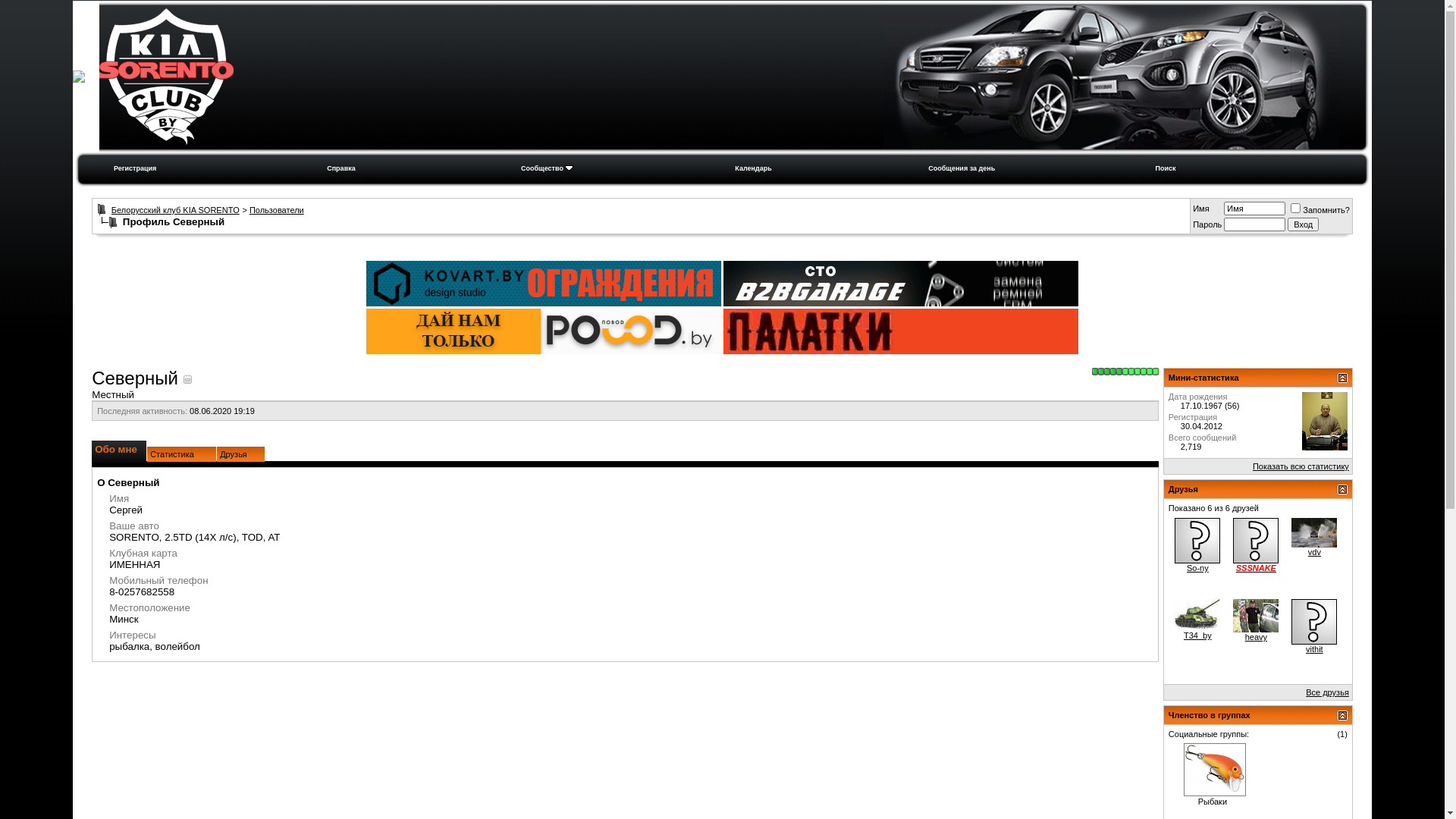  Describe the element at coordinates (1313, 622) in the screenshot. I see `'vithit'` at that location.